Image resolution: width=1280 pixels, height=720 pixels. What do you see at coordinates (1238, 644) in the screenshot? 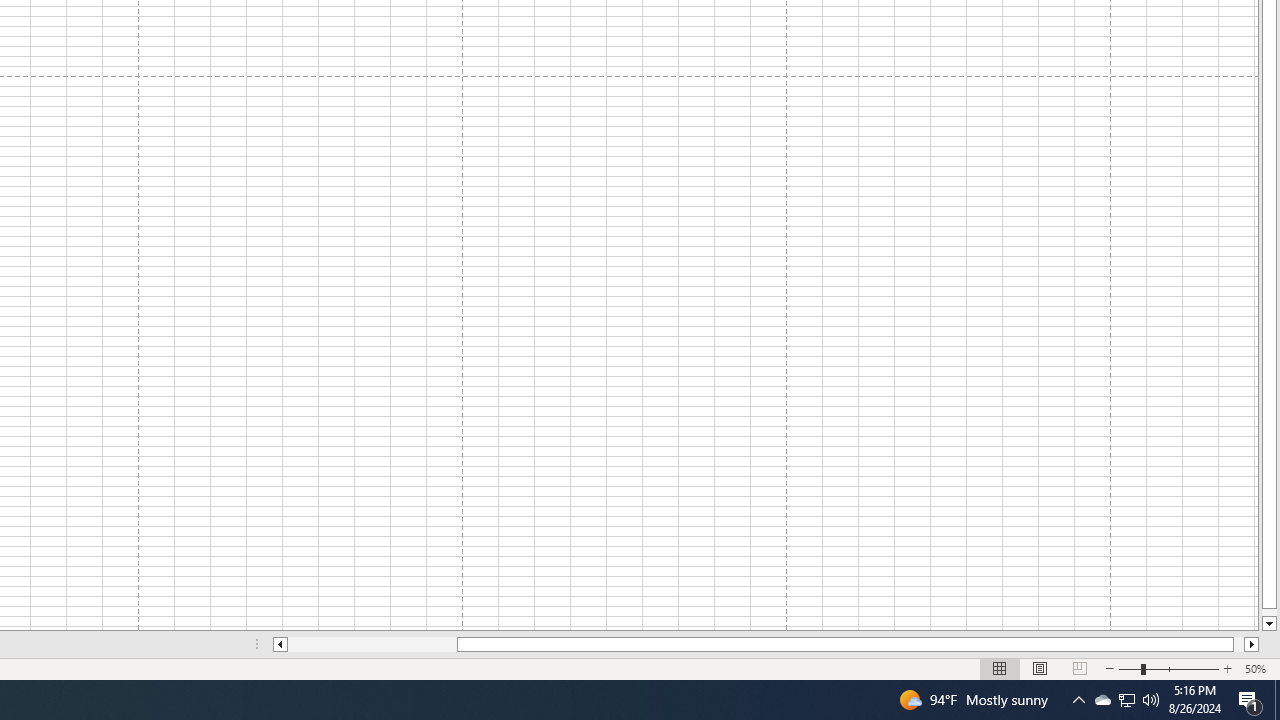
I see `'Page right'` at bounding box center [1238, 644].